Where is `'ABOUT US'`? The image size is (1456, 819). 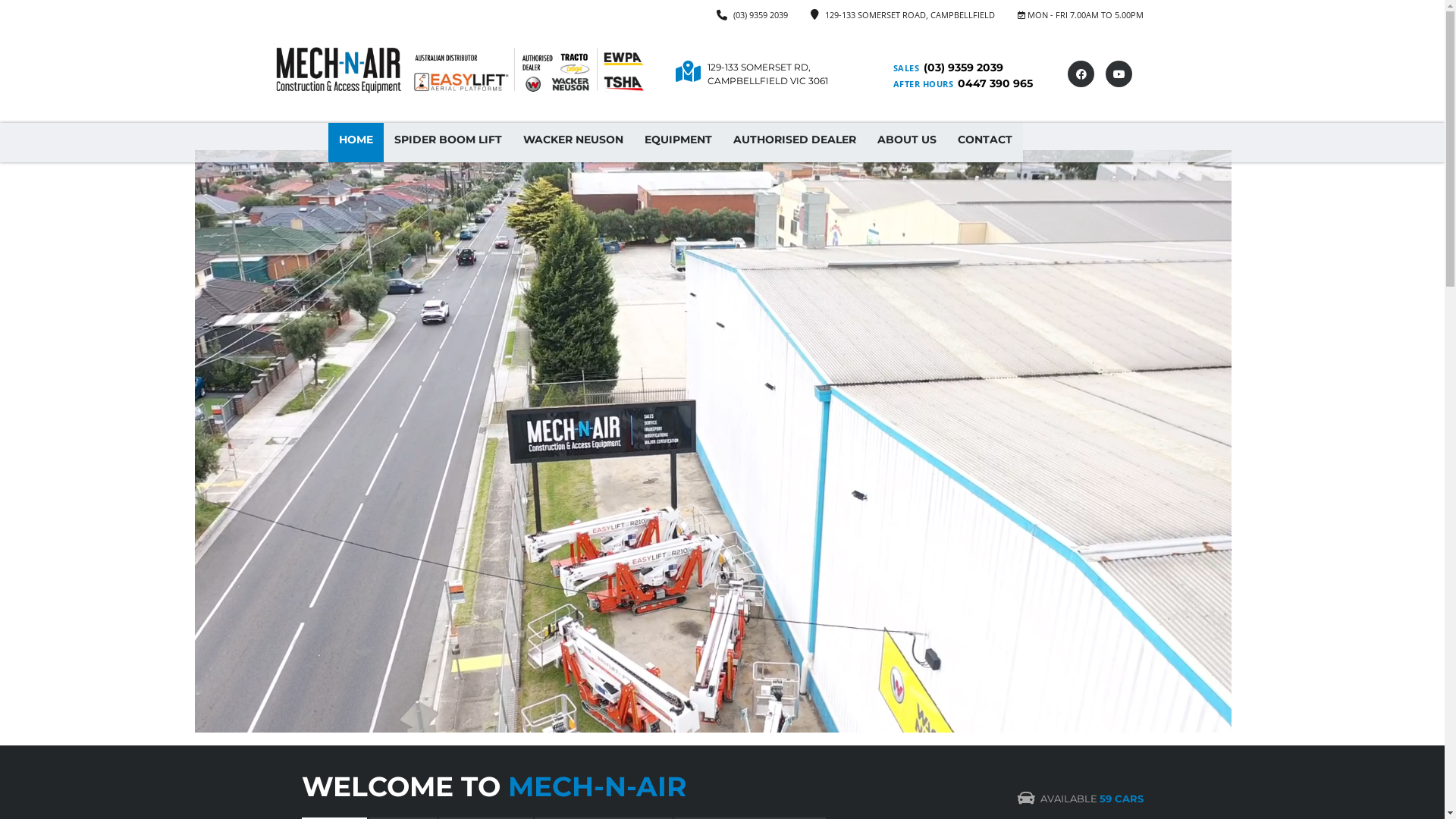 'ABOUT US' is located at coordinates (906, 143).